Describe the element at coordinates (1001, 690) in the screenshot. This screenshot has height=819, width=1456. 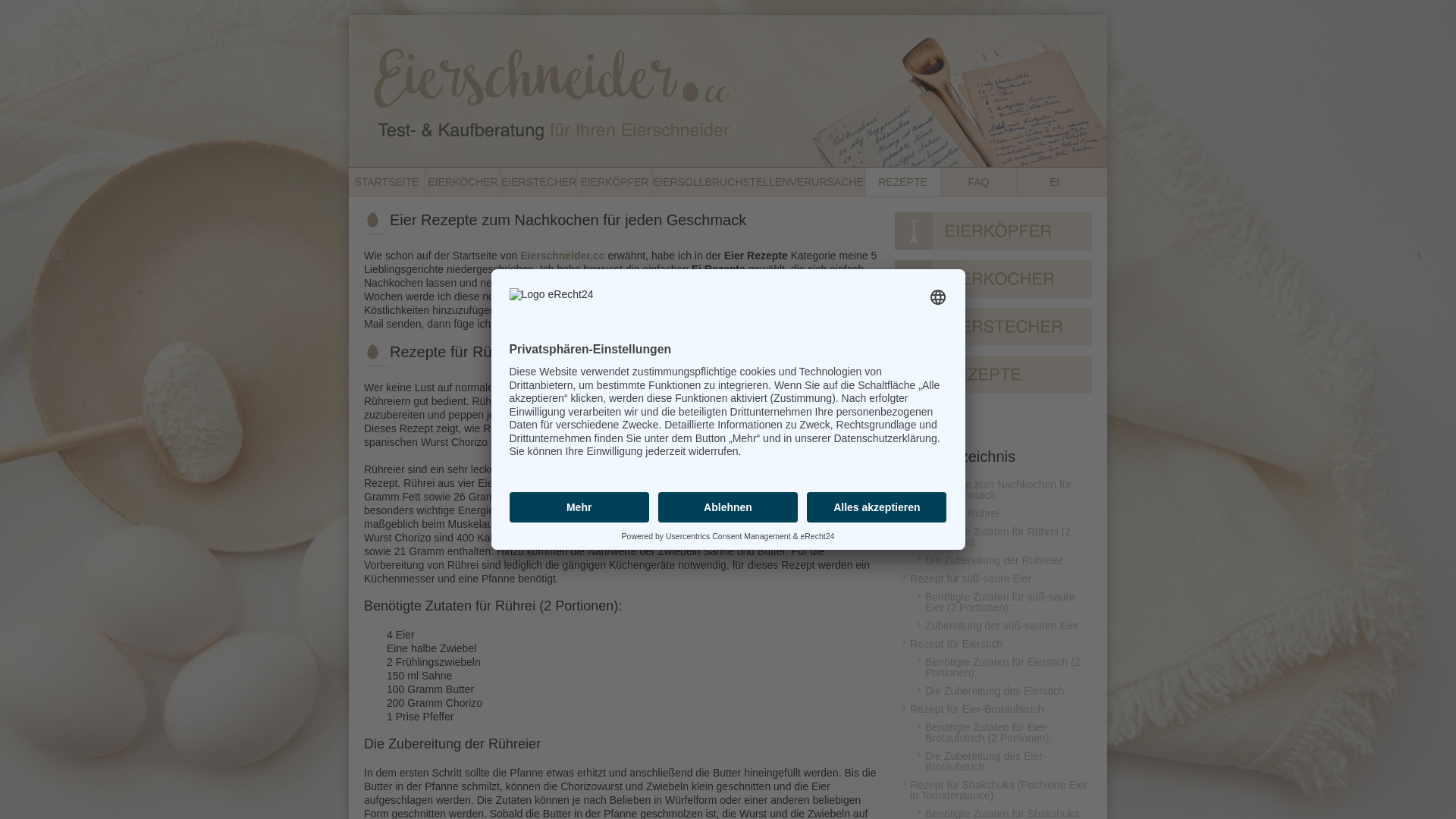
I see `'Die Zubereitung des Eierstich'` at that location.